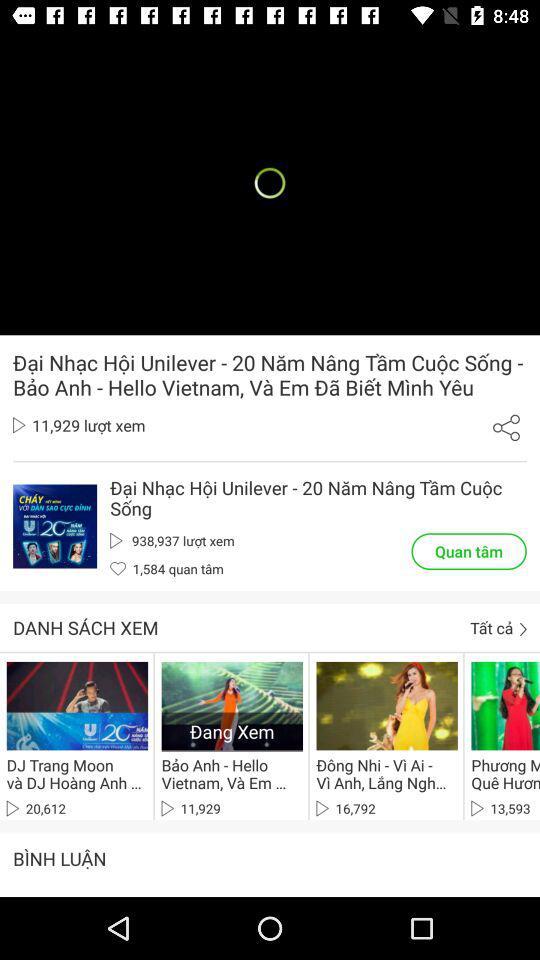 The width and height of the screenshot is (540, 960). I want to click on the button next to tat ca, so click(523, 628).